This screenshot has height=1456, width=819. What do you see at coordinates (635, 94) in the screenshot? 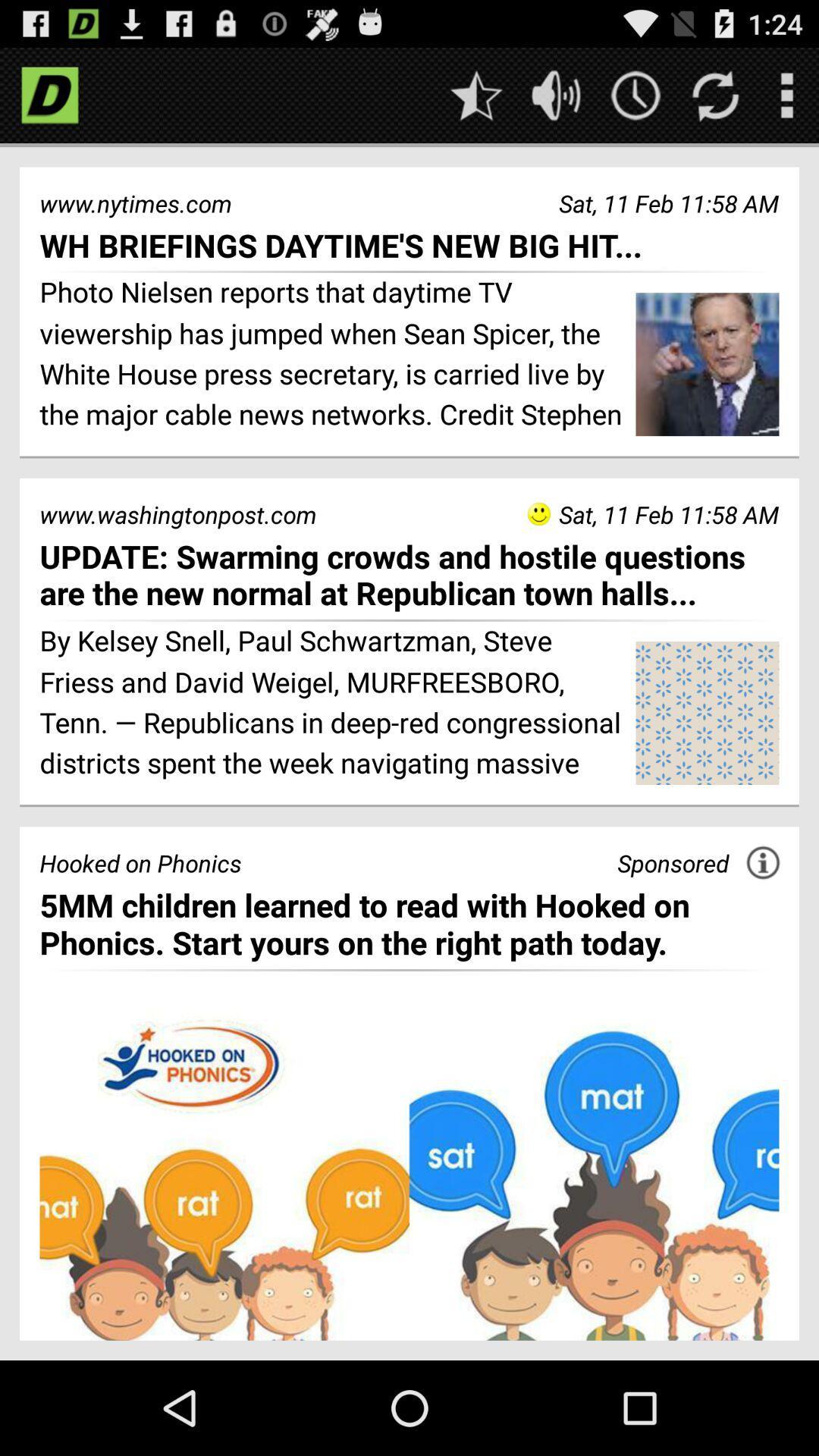
I see `see current news` at bounding box center [635, 94].